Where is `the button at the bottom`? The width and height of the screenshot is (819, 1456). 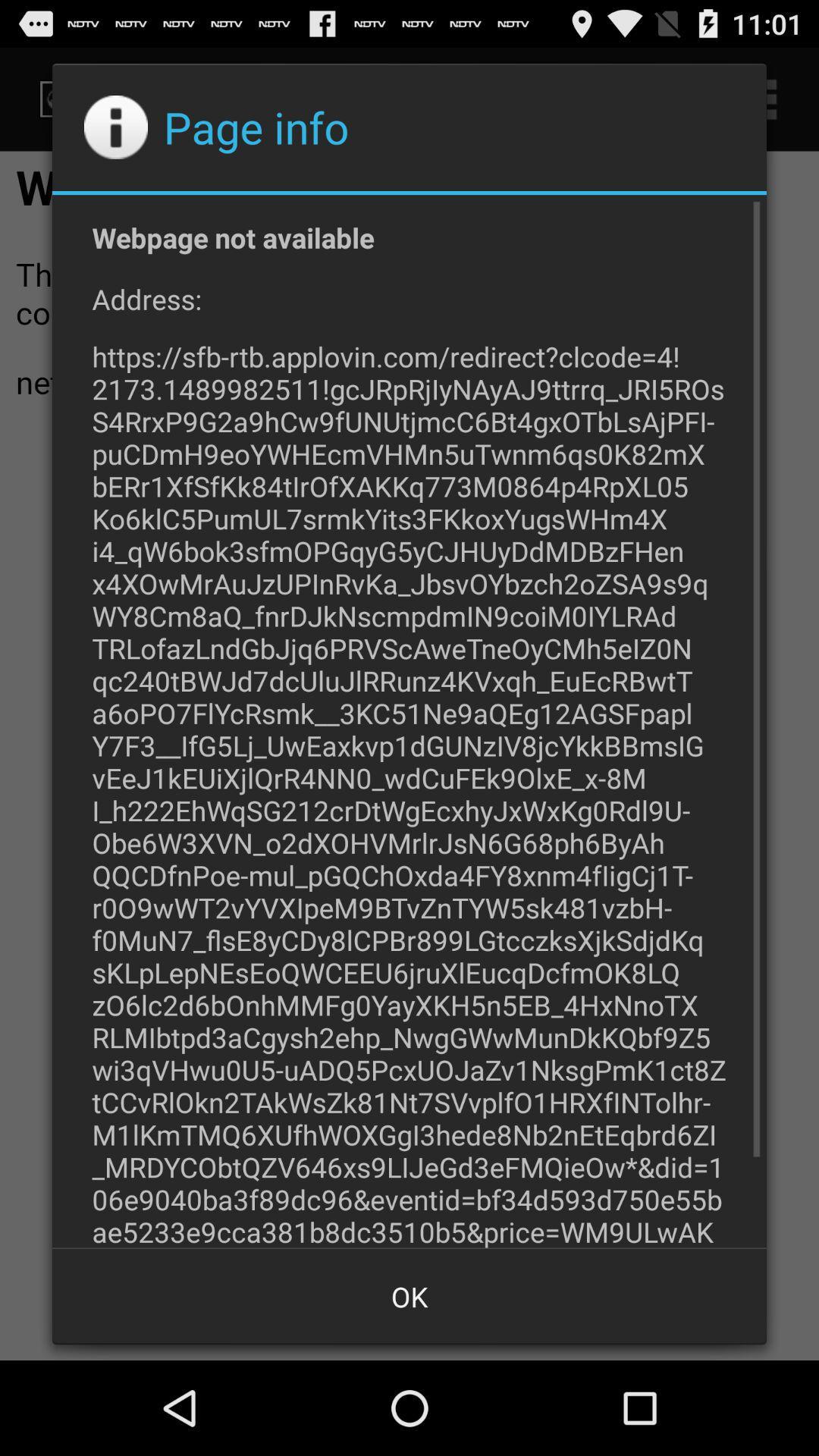
the button at the bottom is located at coordinates (409, 1295).